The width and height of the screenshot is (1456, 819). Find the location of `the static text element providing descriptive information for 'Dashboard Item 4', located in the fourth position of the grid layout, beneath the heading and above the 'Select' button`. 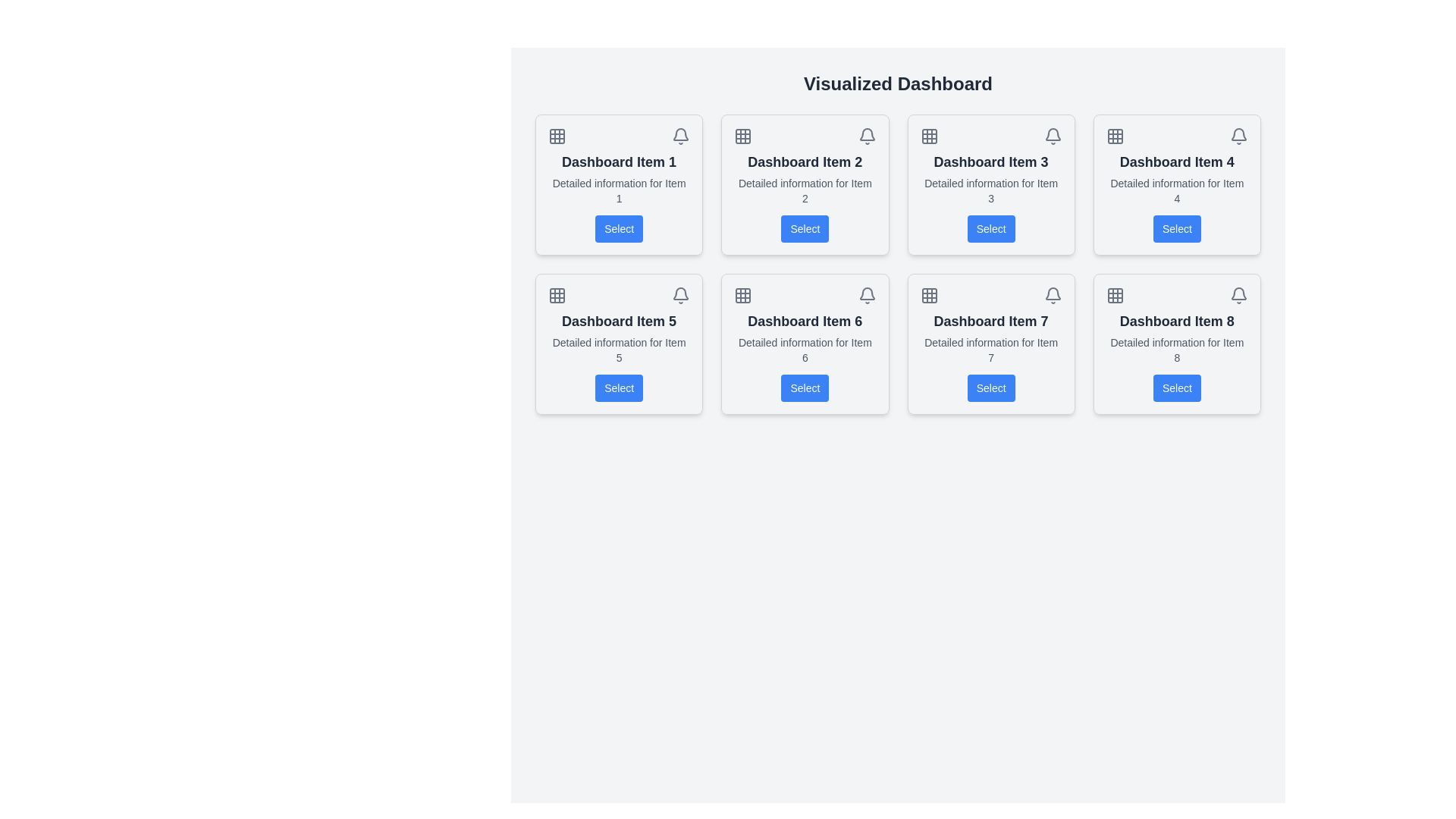

the static text element providing descriptive information for 'Dashboard Item 4', located in the fourth position of the grid layout, beneath the heading and above the 'Select' button is located at coordinates (1176, 190).